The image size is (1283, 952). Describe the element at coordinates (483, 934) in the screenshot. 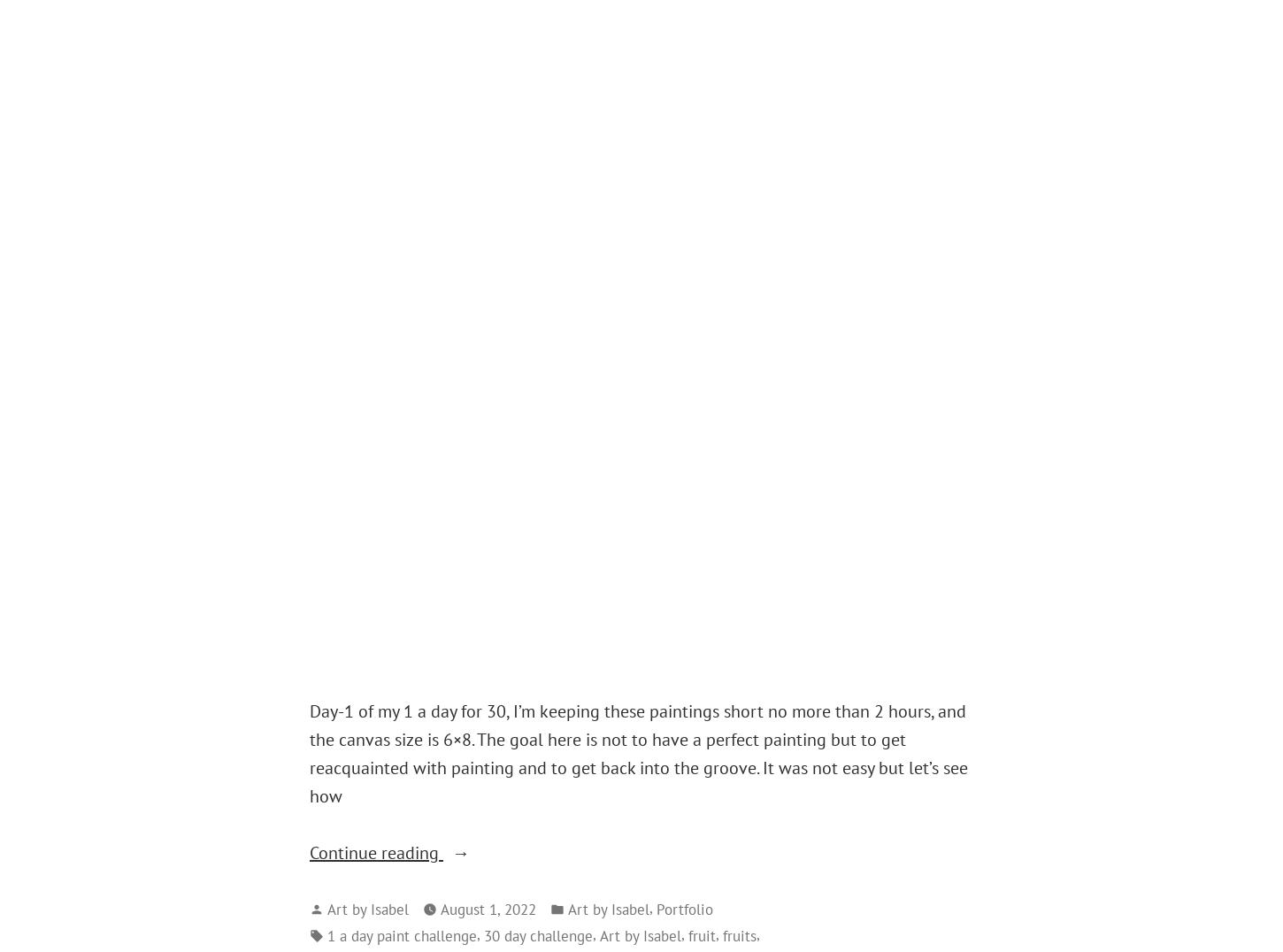

I see `'30 day challenge'` at that location.